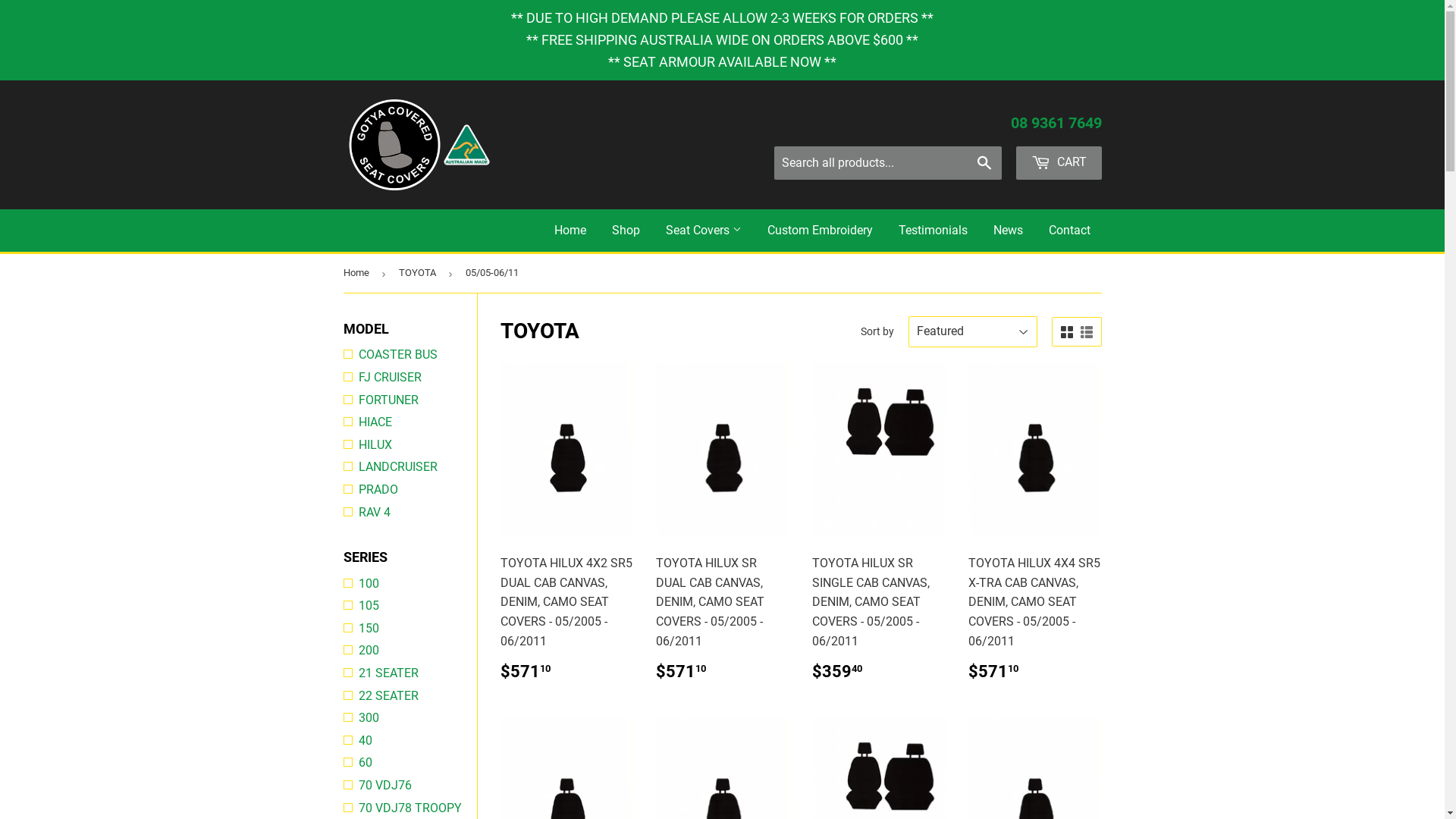  Describe the element at coordinates (341, 785) in the screenshot. I see `'70 VDJ76'` at that location.